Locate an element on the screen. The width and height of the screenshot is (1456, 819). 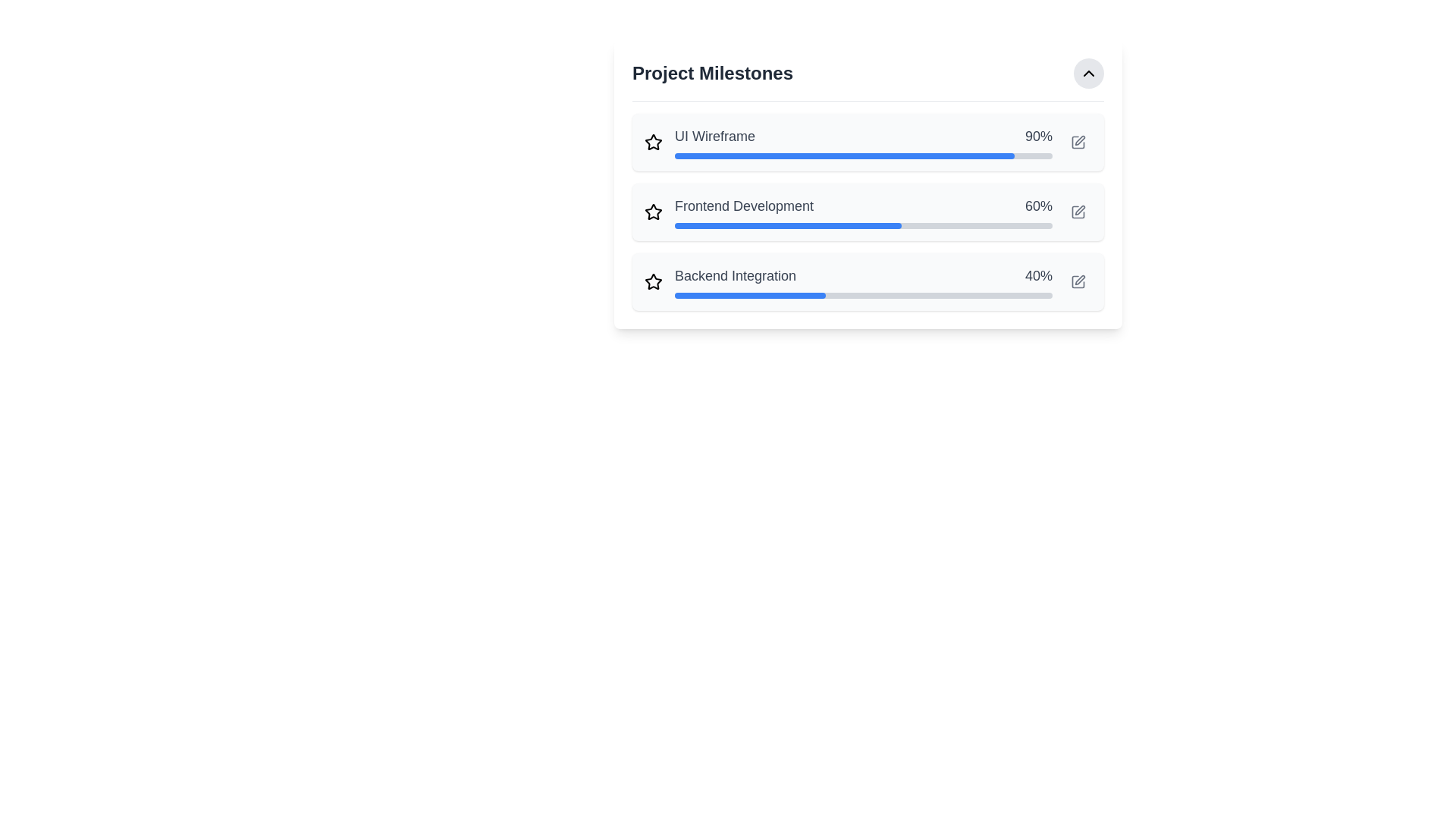
the Progress Bar representing the 'Backend Integration' milestone, which visually indicates a completion percentage of 40% is located at coordinates (863, 295).